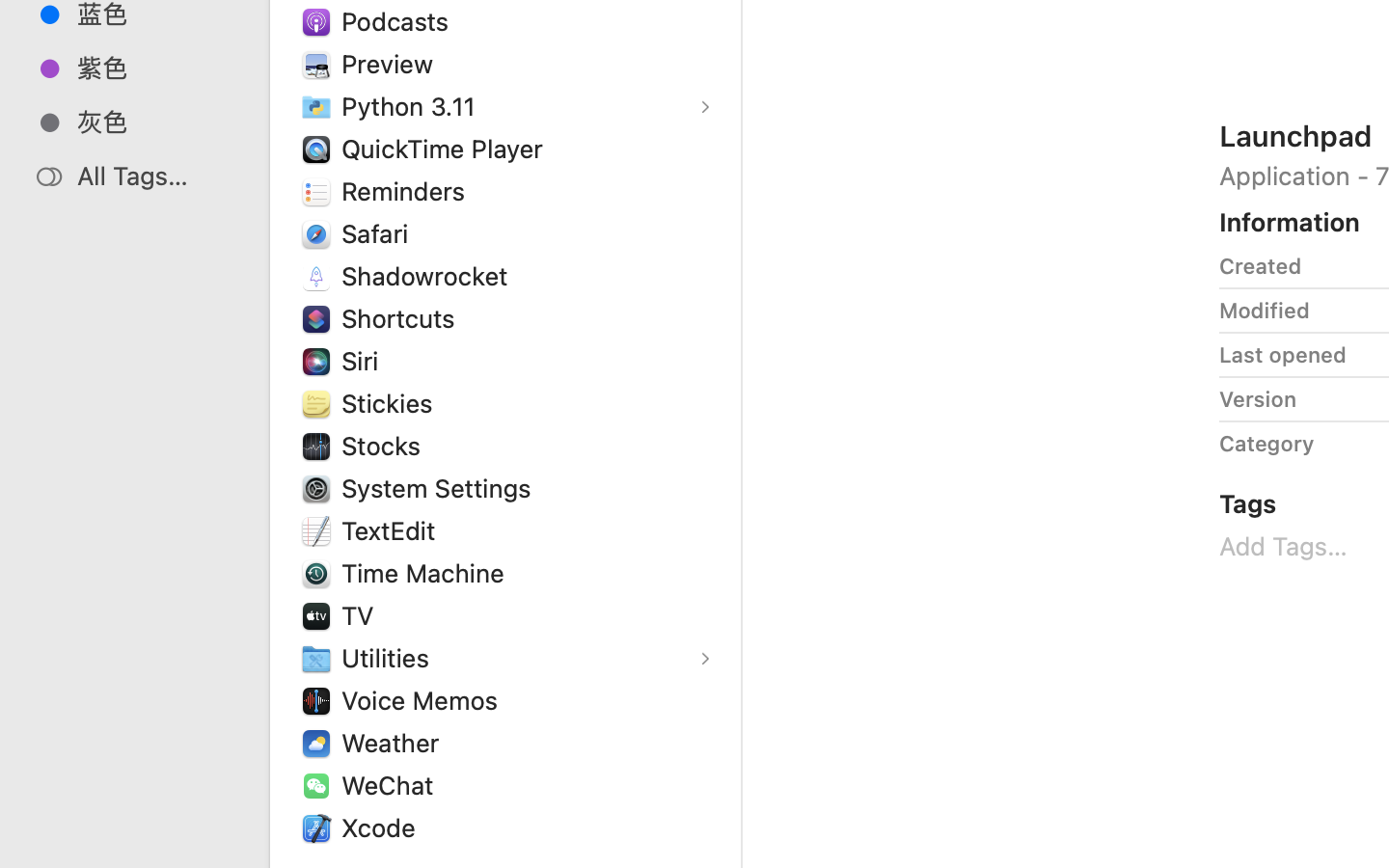  Describe the element at coordinates (1266, 442) in the screenshot. I see `'Category'` at that location.